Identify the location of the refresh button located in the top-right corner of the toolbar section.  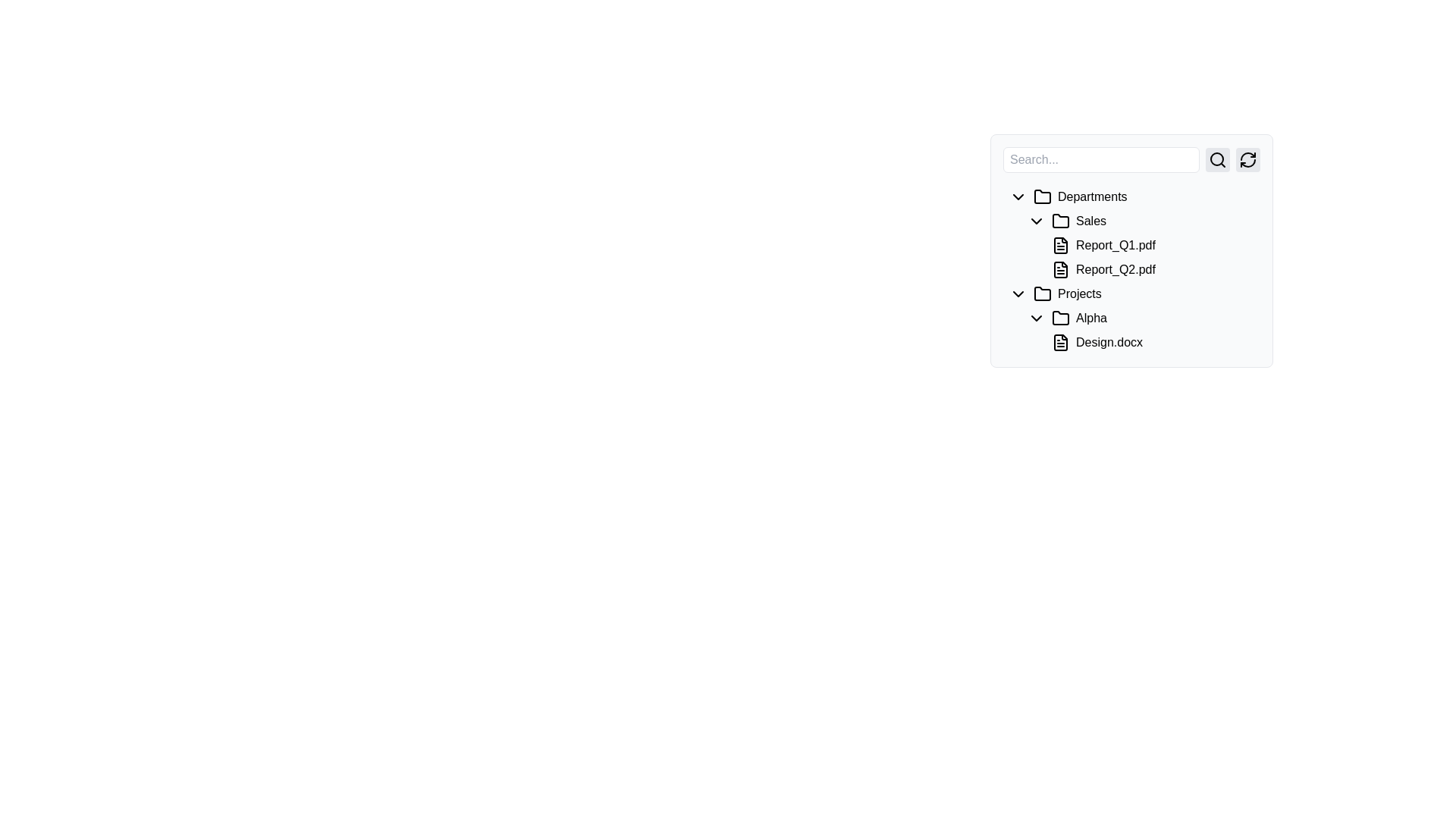
(1248, 160).